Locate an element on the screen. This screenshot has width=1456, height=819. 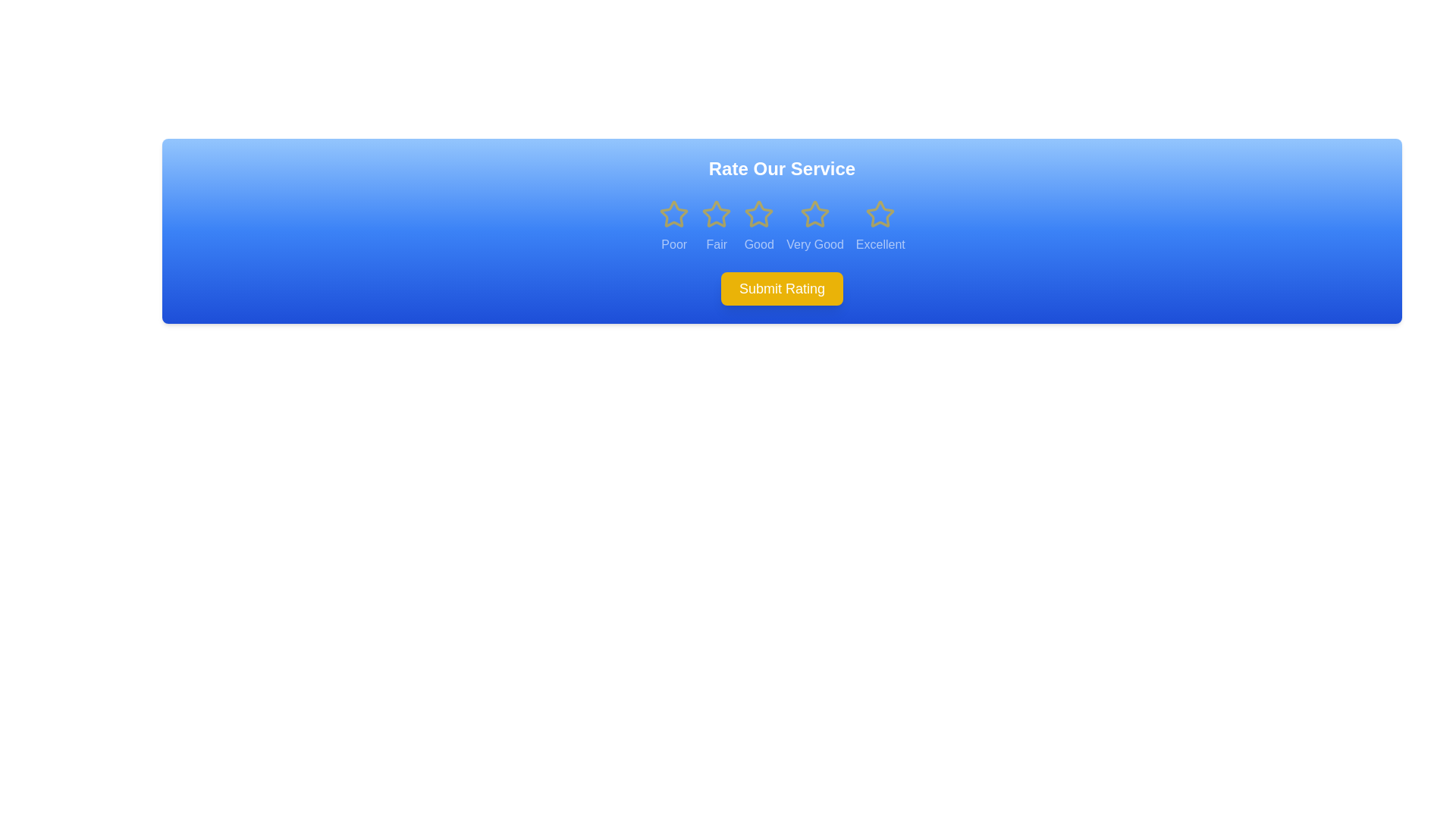
the 'Very Good' text label, which is the fourth label in a horizontal arrangement below the star rating system is located at coordinates (814, 244).